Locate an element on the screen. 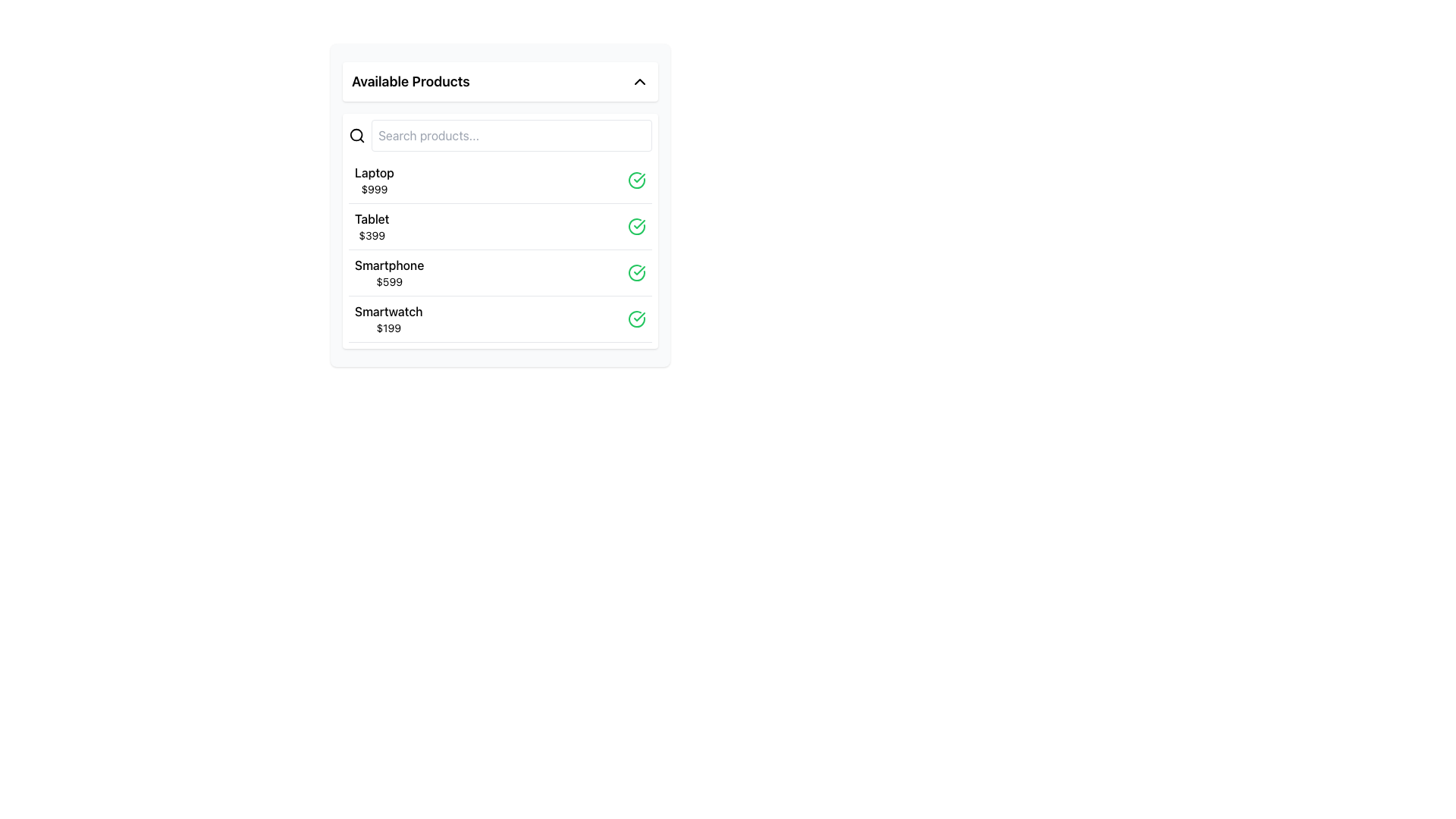 The height and width of the screenshot is (819, 1456). the Text Display element showing 'Tablet $399', located in the second row of the 'Available Products' section, directly below 'Laptop $999' is located at coordinates (372, 227).